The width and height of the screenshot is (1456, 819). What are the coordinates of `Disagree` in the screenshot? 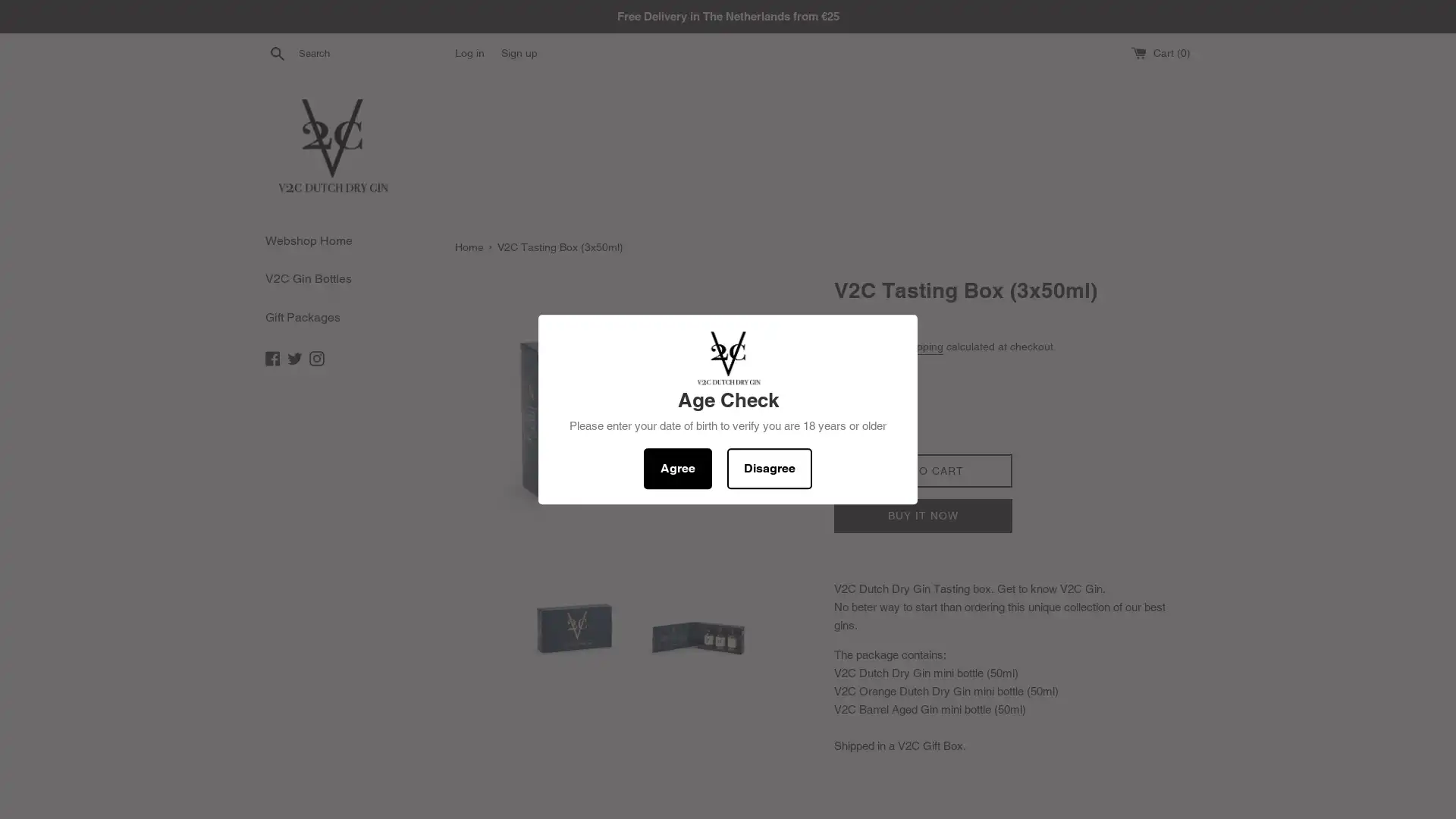 It's located at (769, 467).